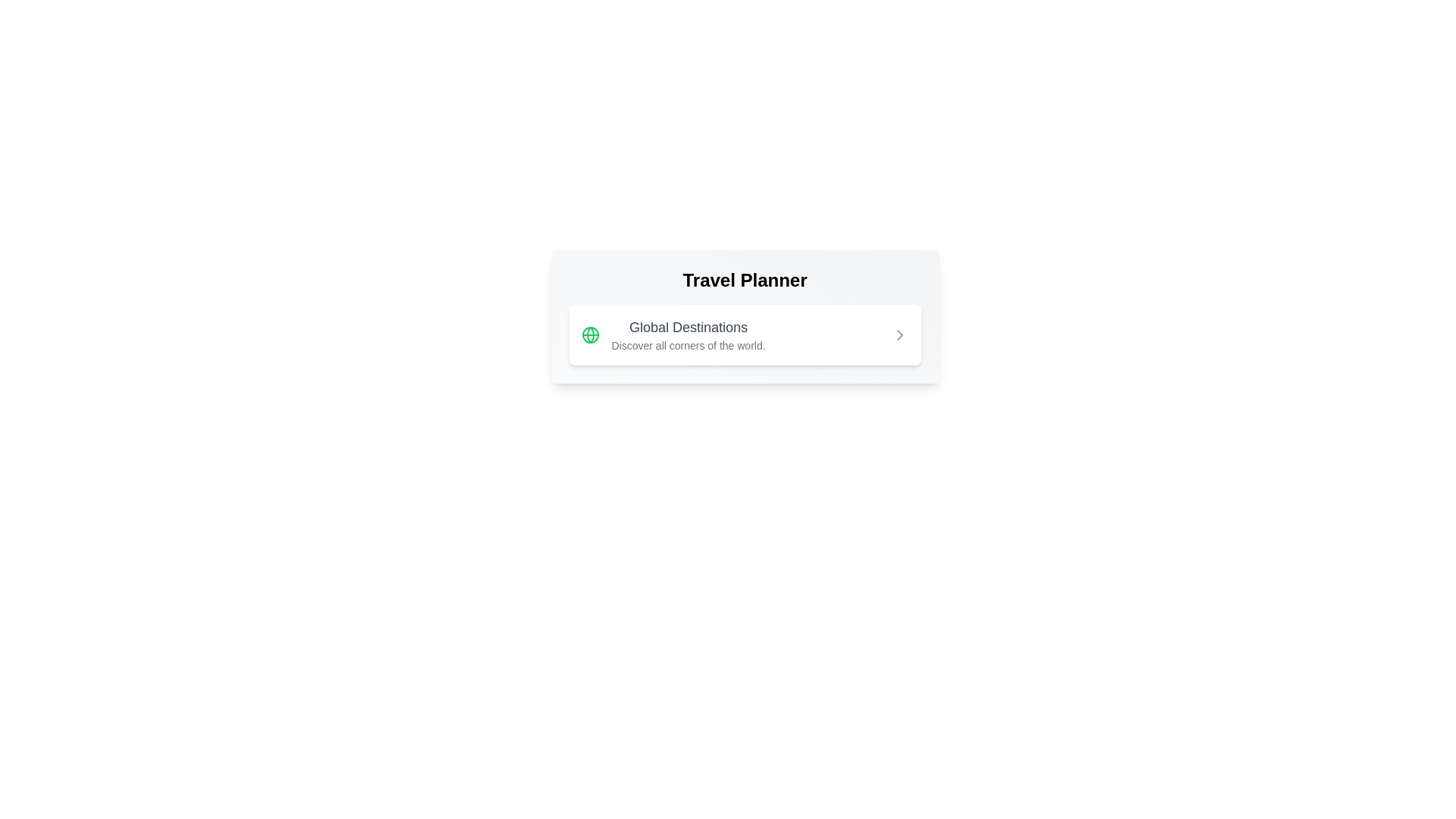 The image size is (1456, 819). Describe the element at coordinates (687, 345) in the screenshot. I see `the text label that reads 'Discover all corners of the world.', which is positioned below the title 'Global Destinations'` at that location.